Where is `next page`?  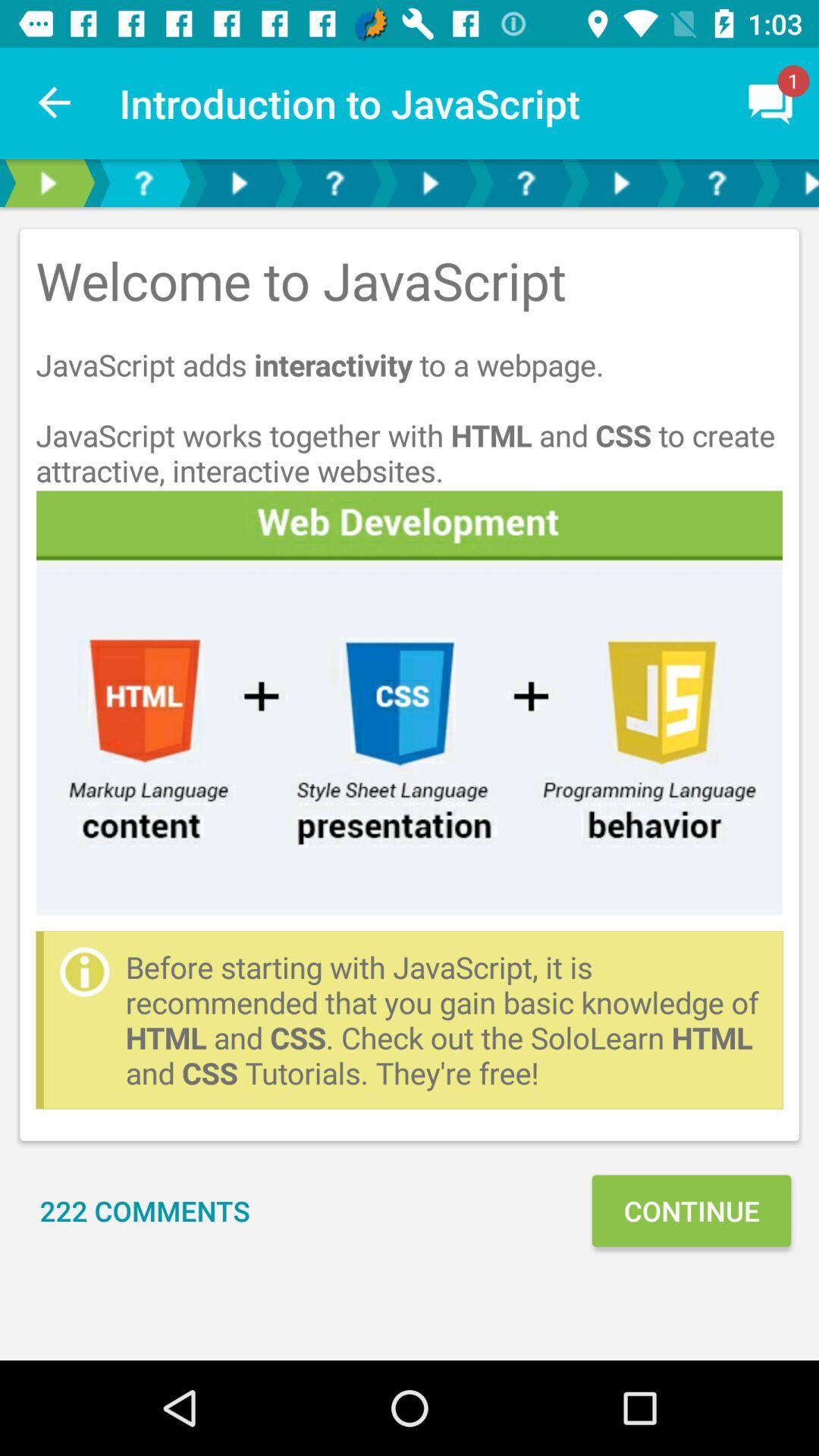 next page is located at coordinates (239, 182).